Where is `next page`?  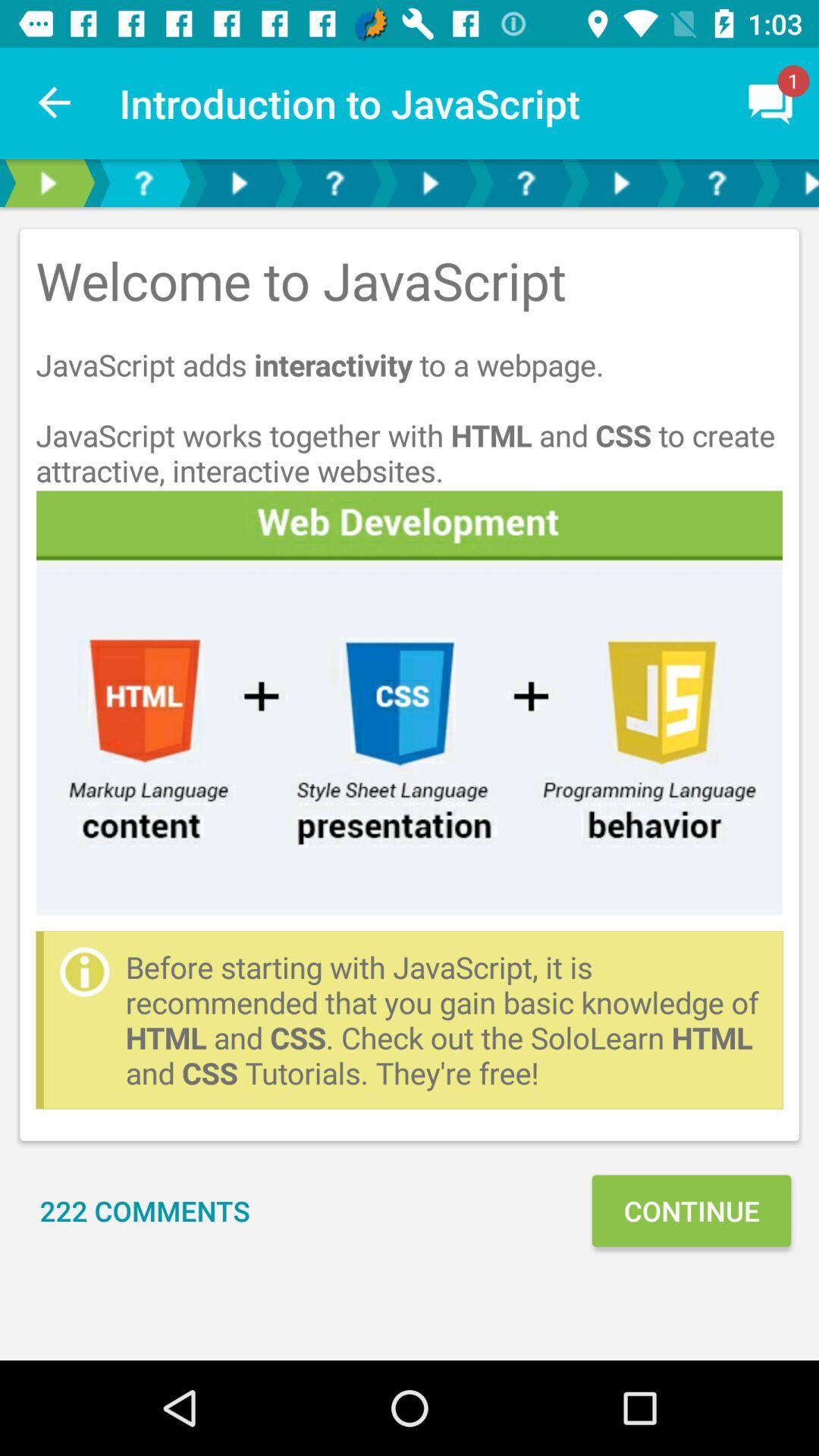 next page is located at coordinates (239, 182).